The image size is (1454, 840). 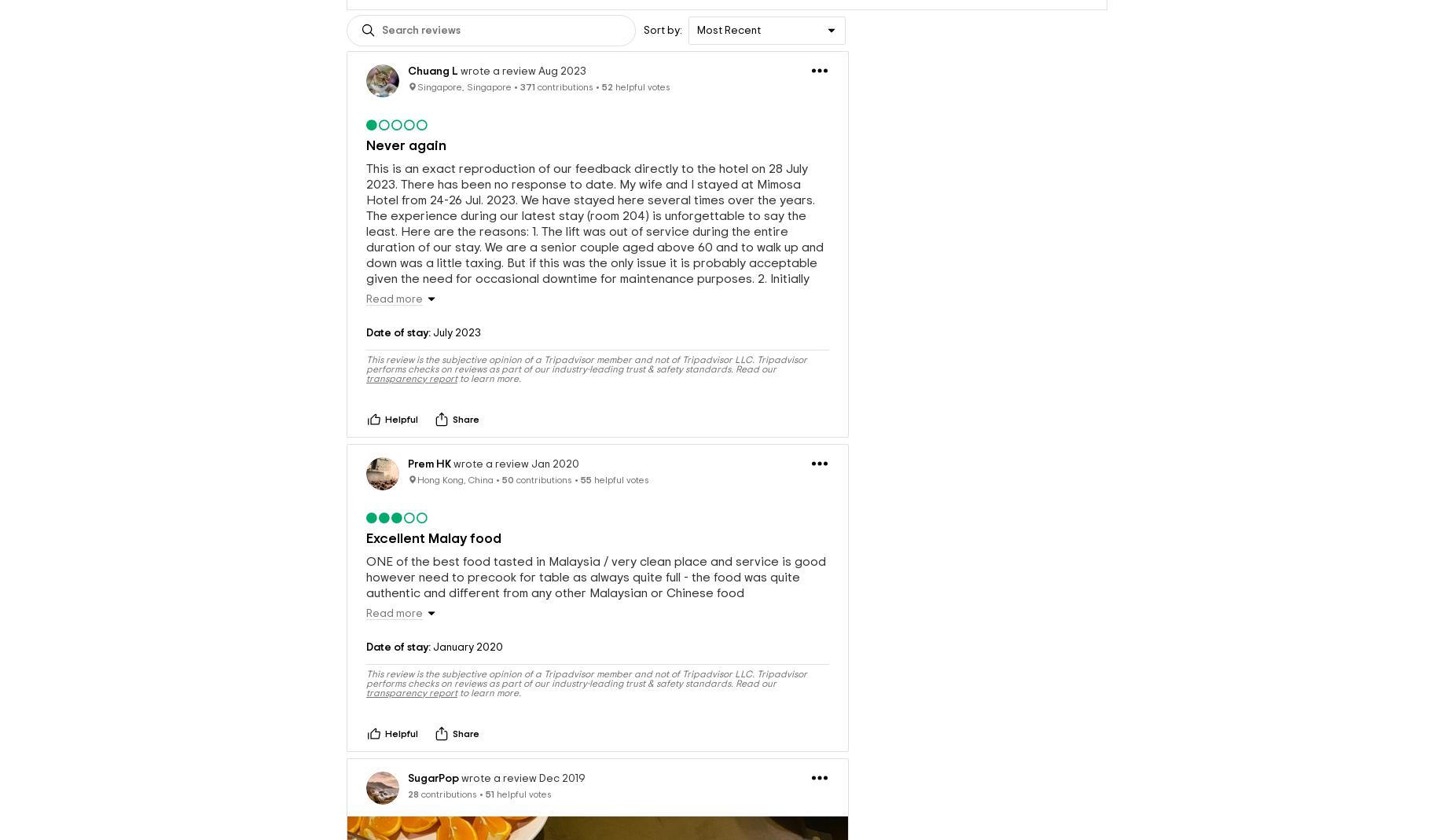 I want to click on 'July 2023', so click(x=455, y=332).